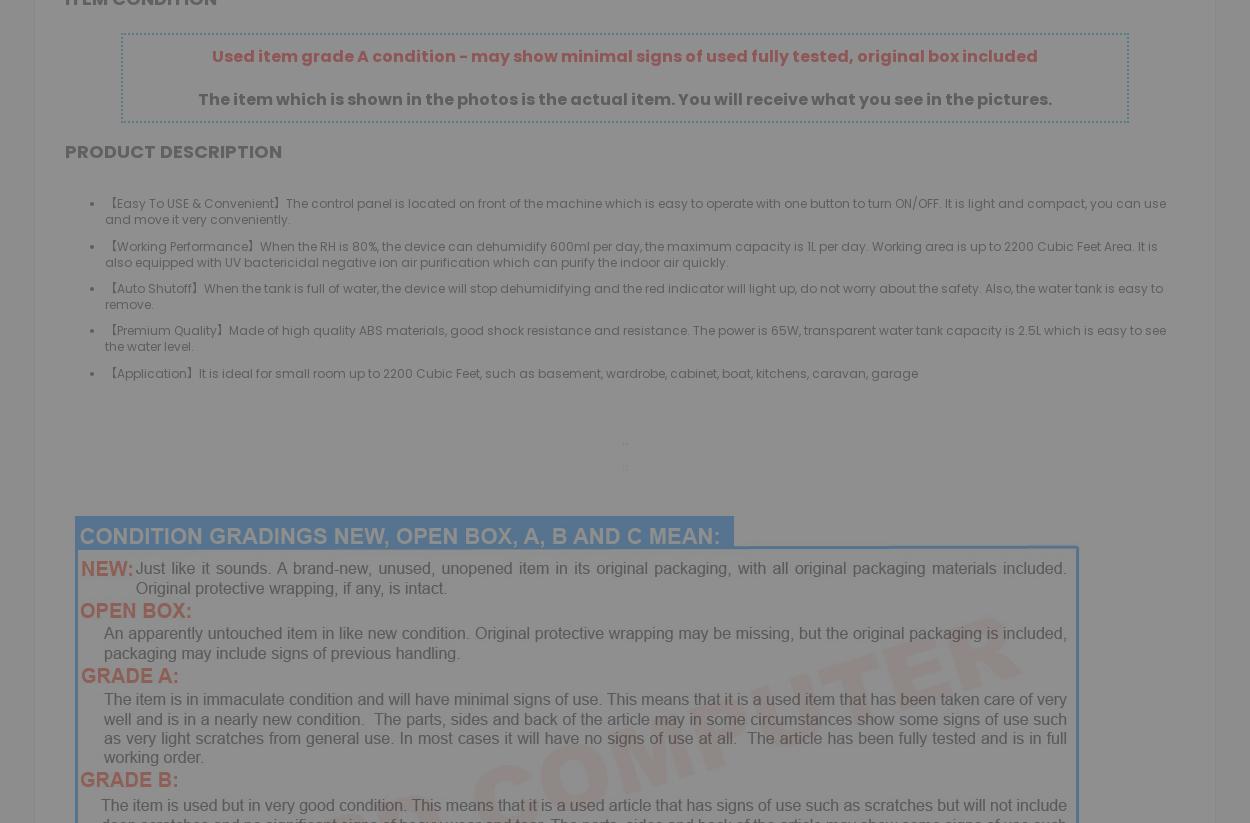 The width and height of the screenshot is (1250, 823). What do you see at coordinates (427, 295) in the screenshot?
I see `'Services'` at bounding box center [427, 295].